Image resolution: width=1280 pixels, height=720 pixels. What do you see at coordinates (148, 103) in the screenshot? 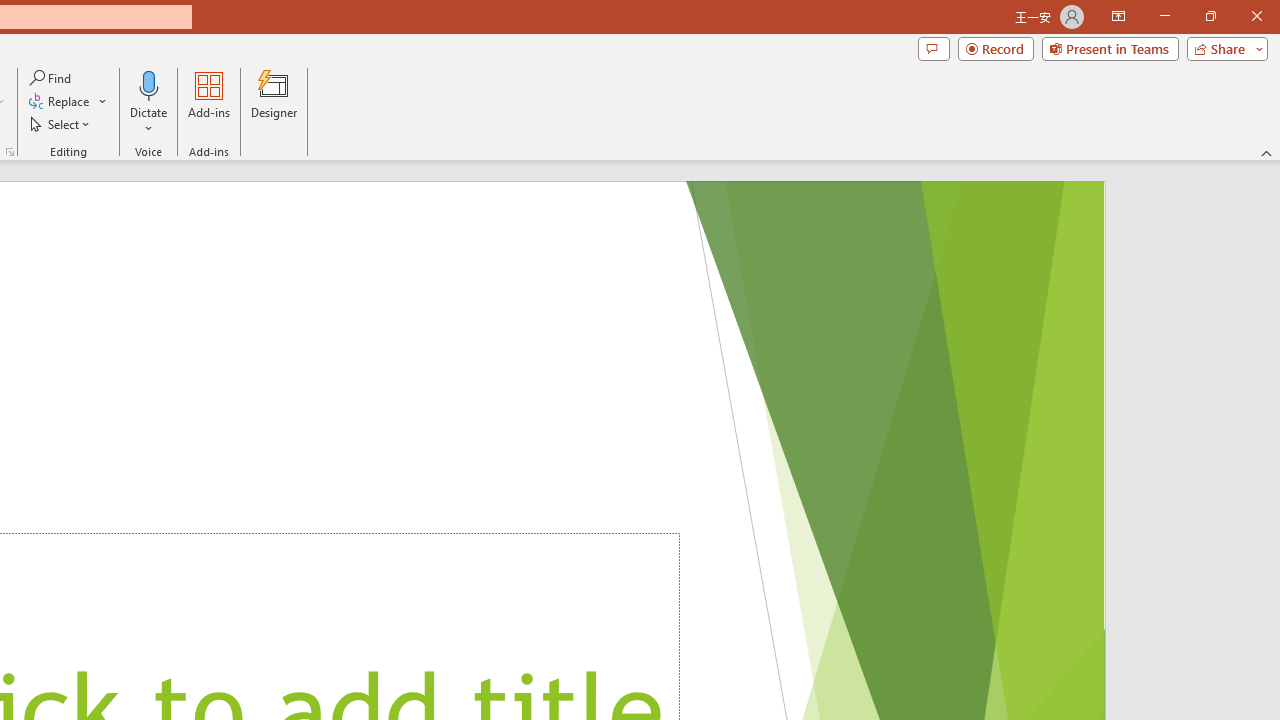
I see `'Dictate'` at bounding box center [148, 103].